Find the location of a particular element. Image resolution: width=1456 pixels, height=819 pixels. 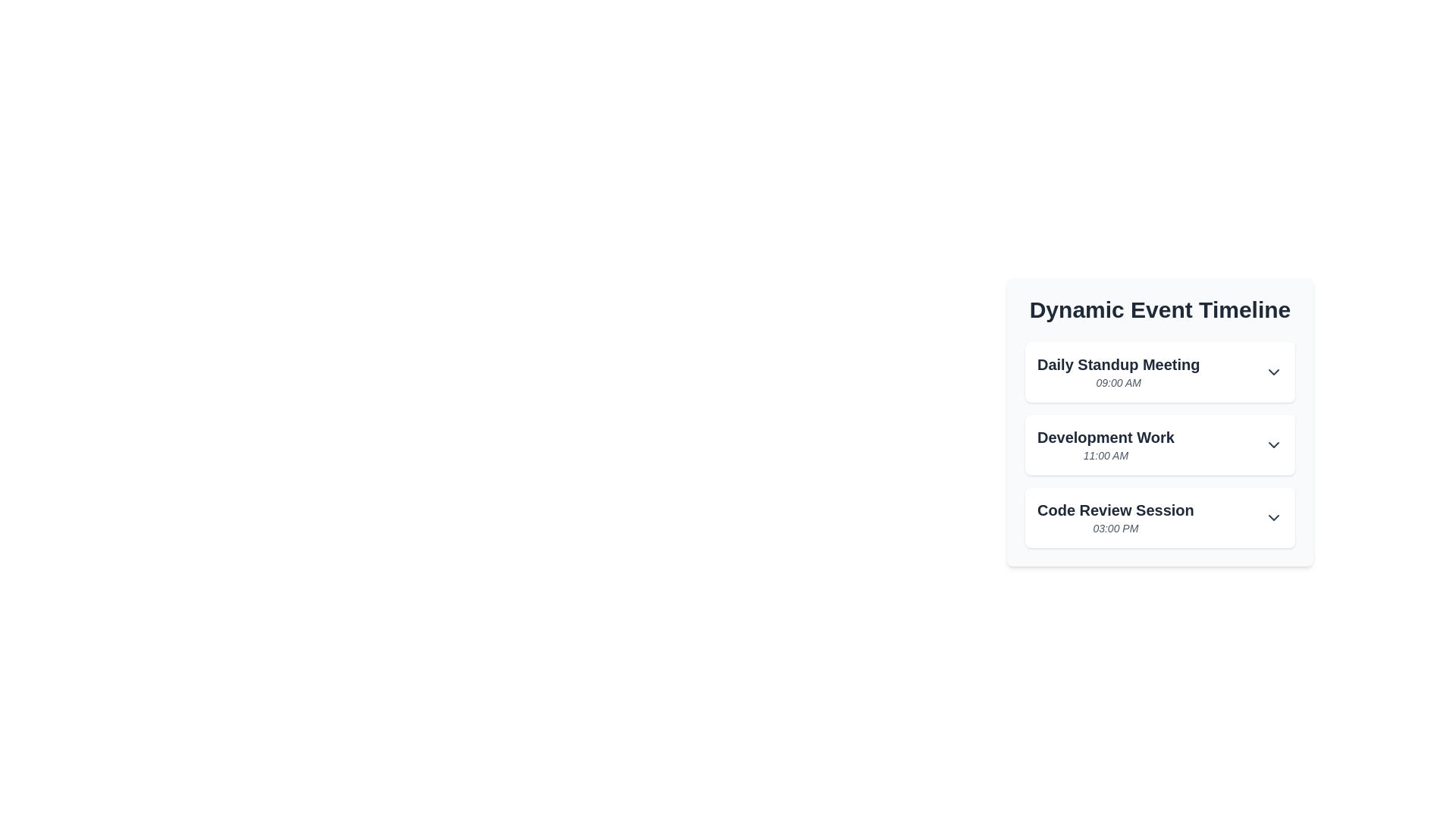

the downward-facing triangle icon representing the dropdown toggle button located in the rightmost portion of the 'Development Work' row is located at coordinates (1274, 444).